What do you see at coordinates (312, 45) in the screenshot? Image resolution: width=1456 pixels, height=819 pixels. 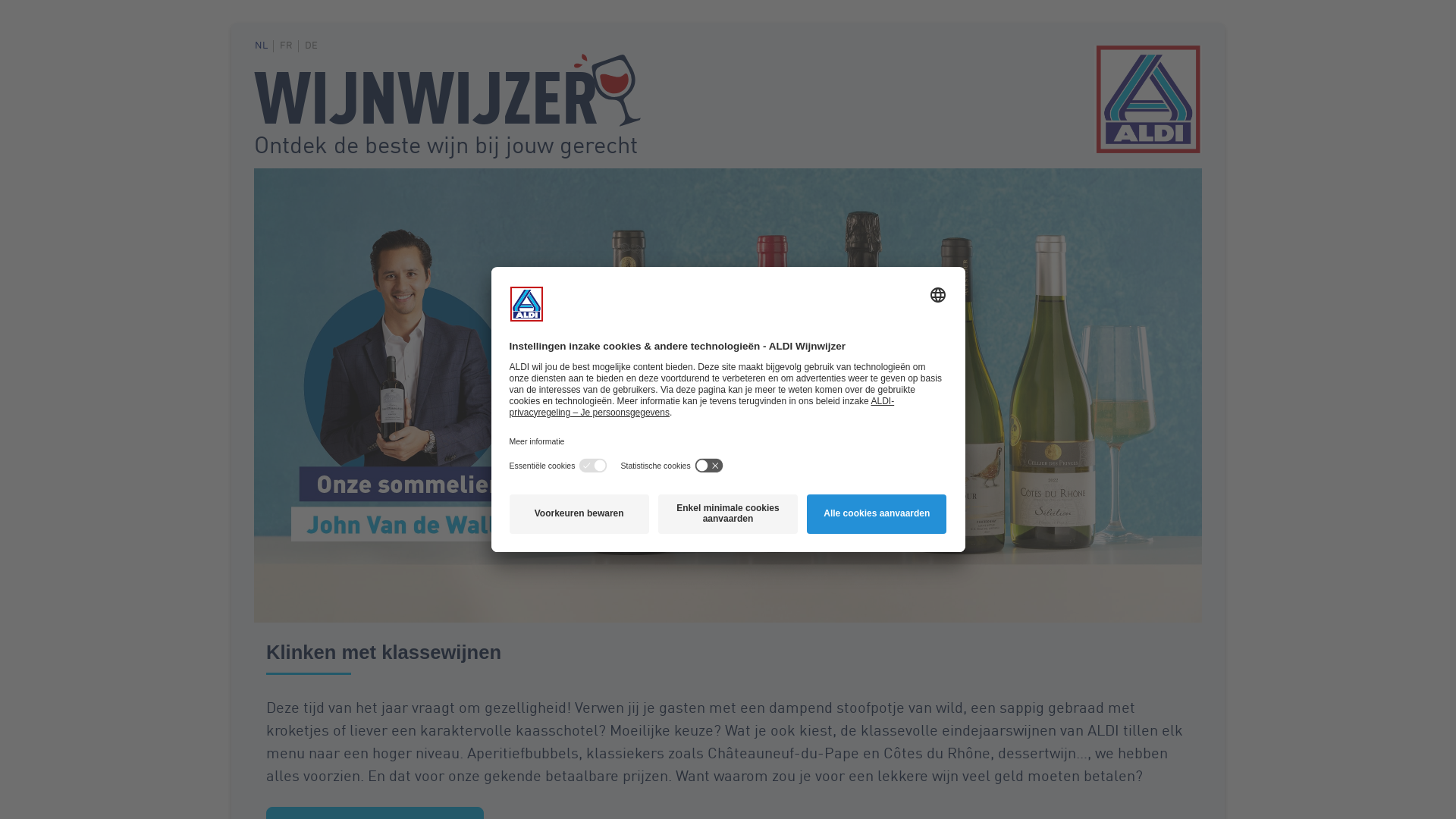 I see `'DE'` at bounding box center [312, 45].